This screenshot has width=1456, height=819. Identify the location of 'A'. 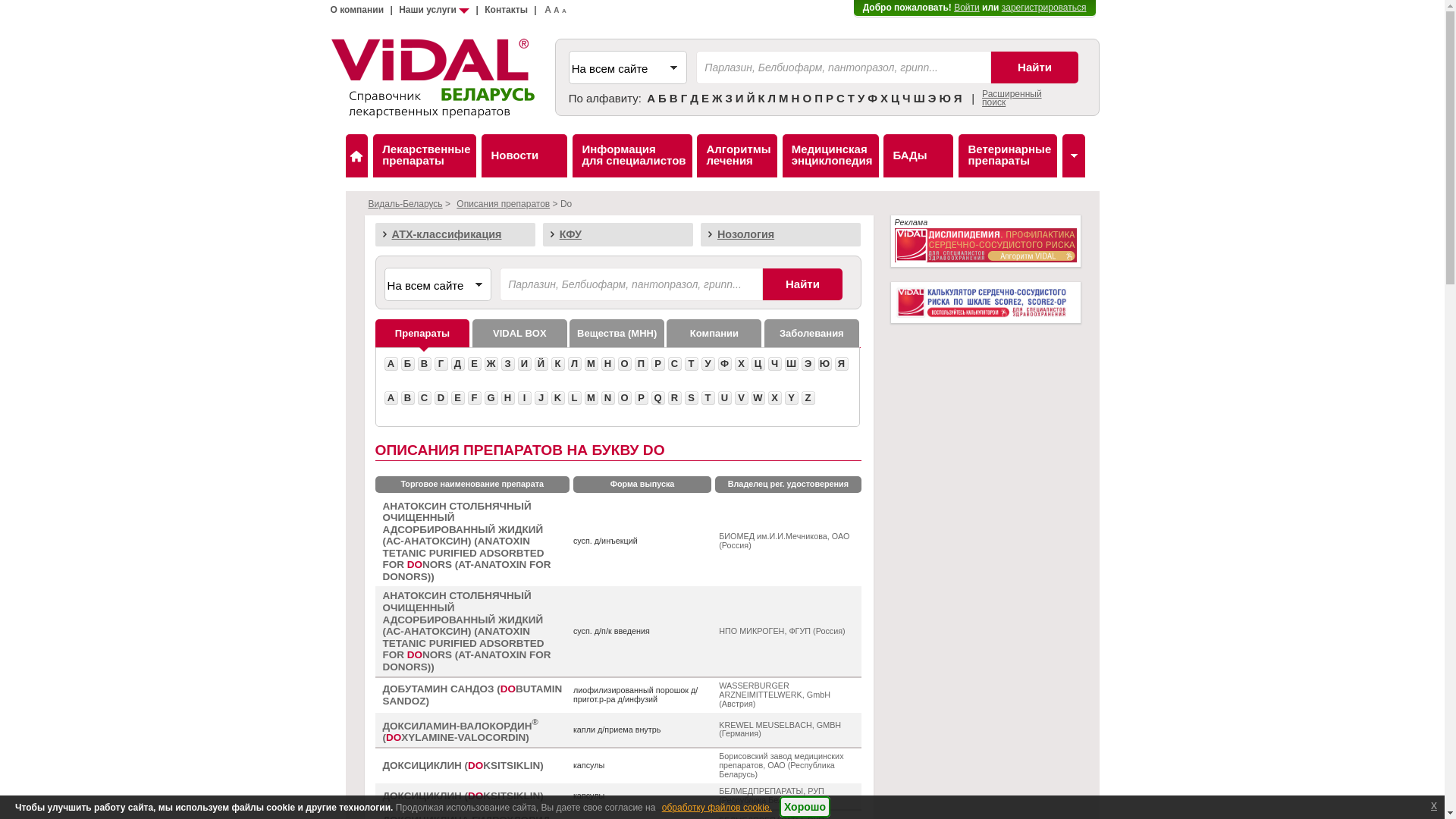
(390, 397).